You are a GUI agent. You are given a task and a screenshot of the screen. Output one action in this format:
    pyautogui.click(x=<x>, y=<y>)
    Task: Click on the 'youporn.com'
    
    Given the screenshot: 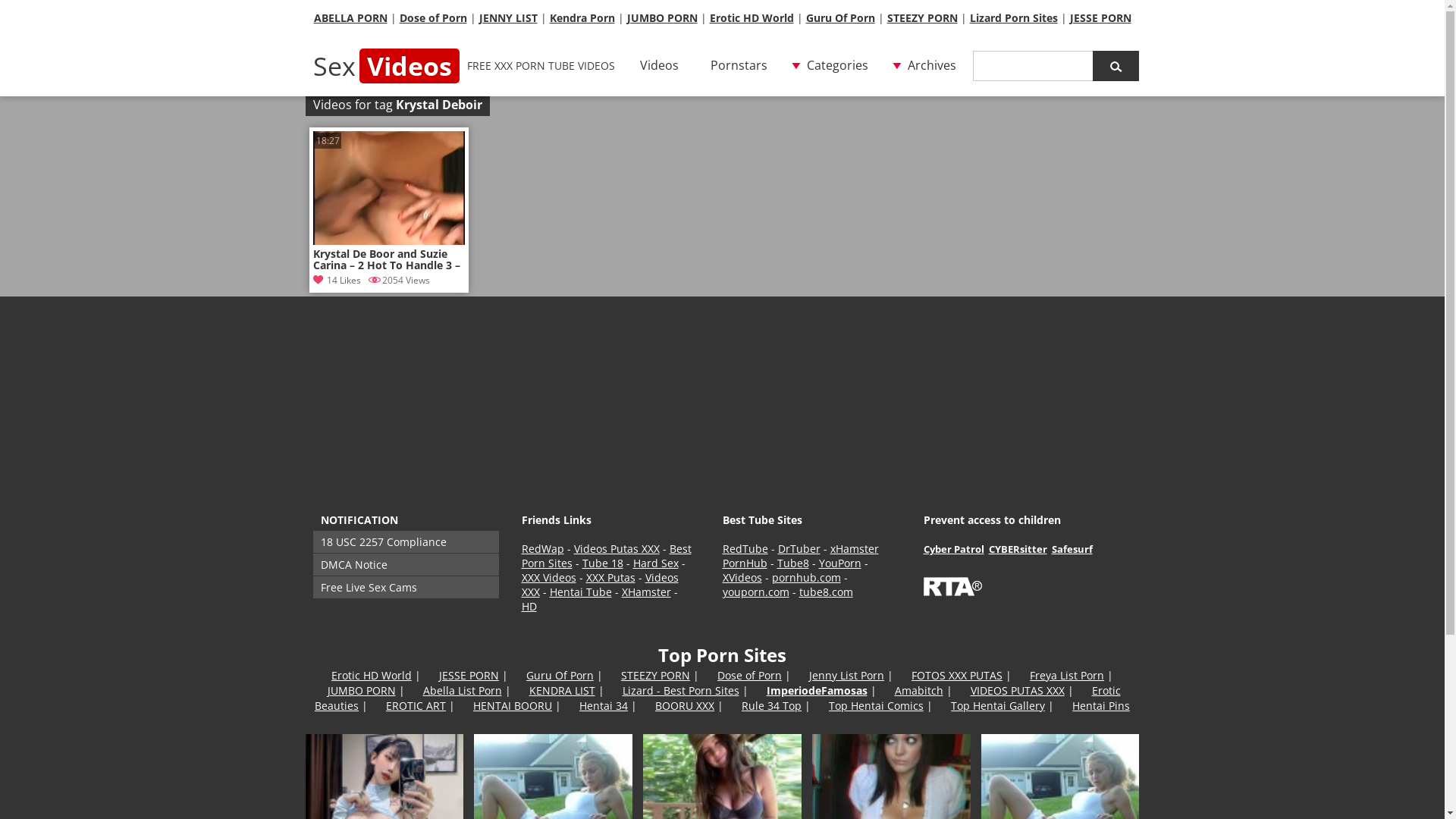 What is the action you would take?
    pyautogui.click(x=720, y=591)
    